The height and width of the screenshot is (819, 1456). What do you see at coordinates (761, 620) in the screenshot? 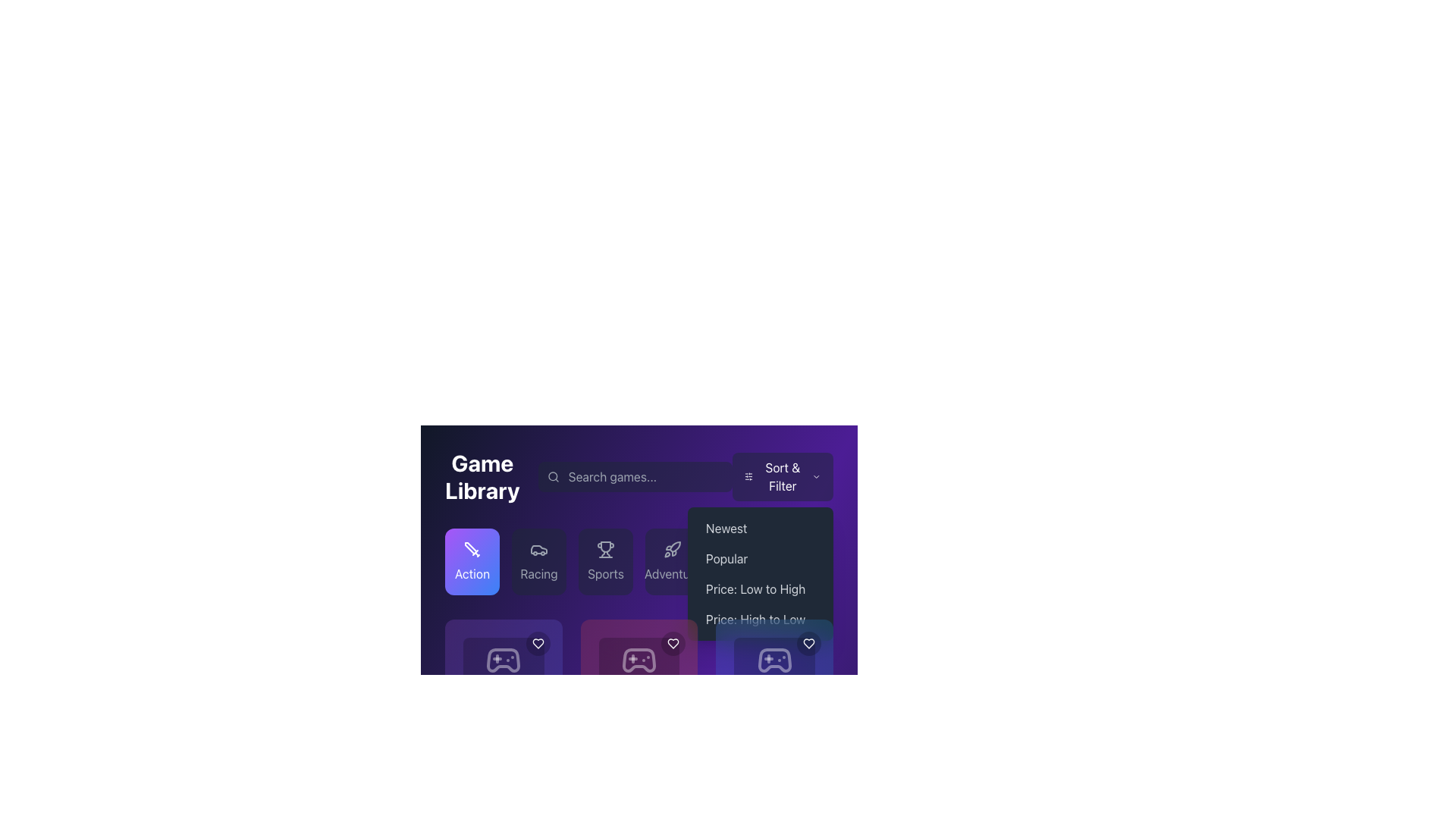
I see `the 'Price: High to Low' option in the dropdown menu` at bounding box center [761, 620].